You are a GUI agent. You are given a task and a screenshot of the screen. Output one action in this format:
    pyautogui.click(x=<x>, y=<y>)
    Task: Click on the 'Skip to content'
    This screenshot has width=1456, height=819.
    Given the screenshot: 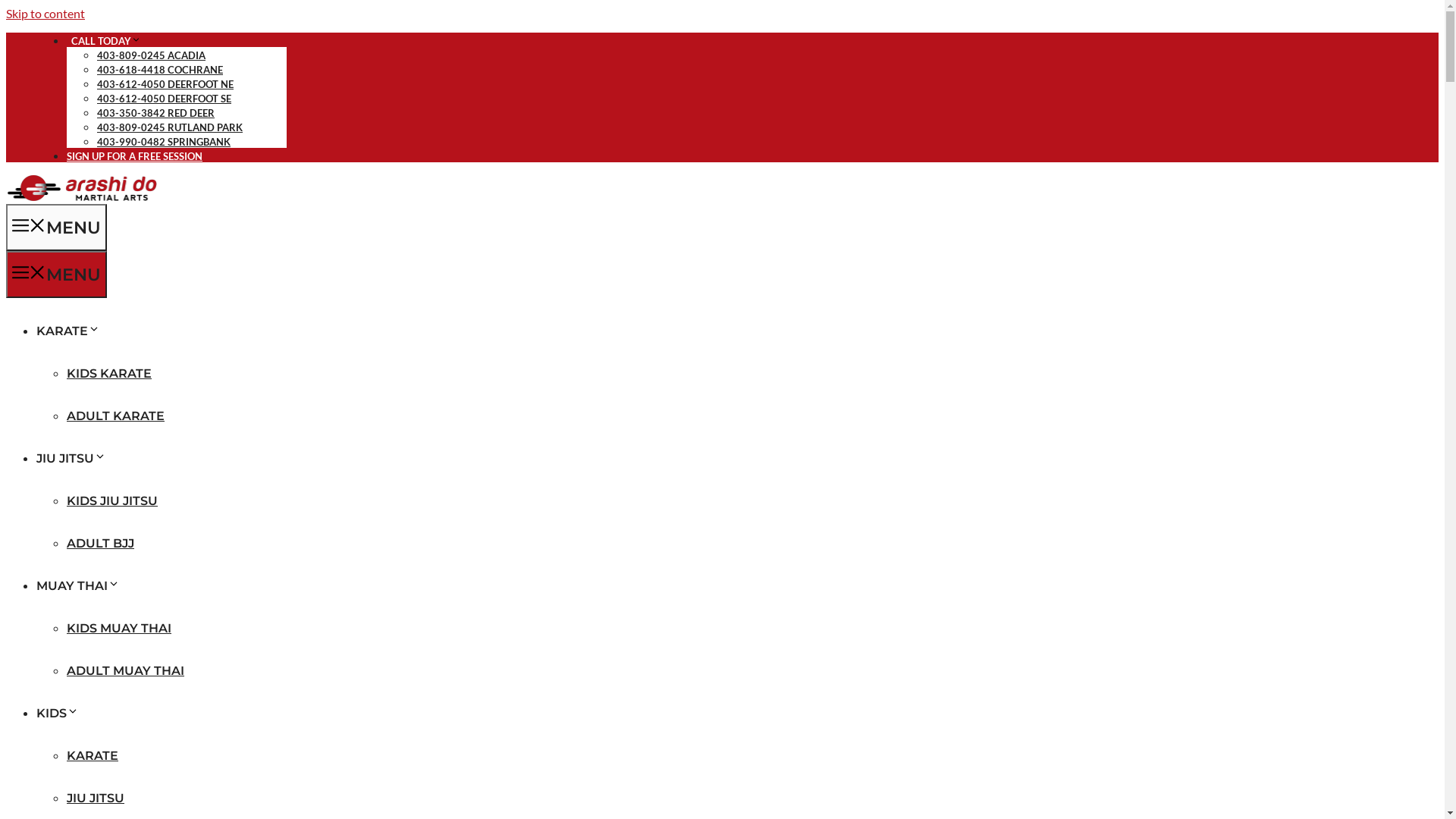 What is the action you would take?
    pyautogui.click(x=45, y=13)
    